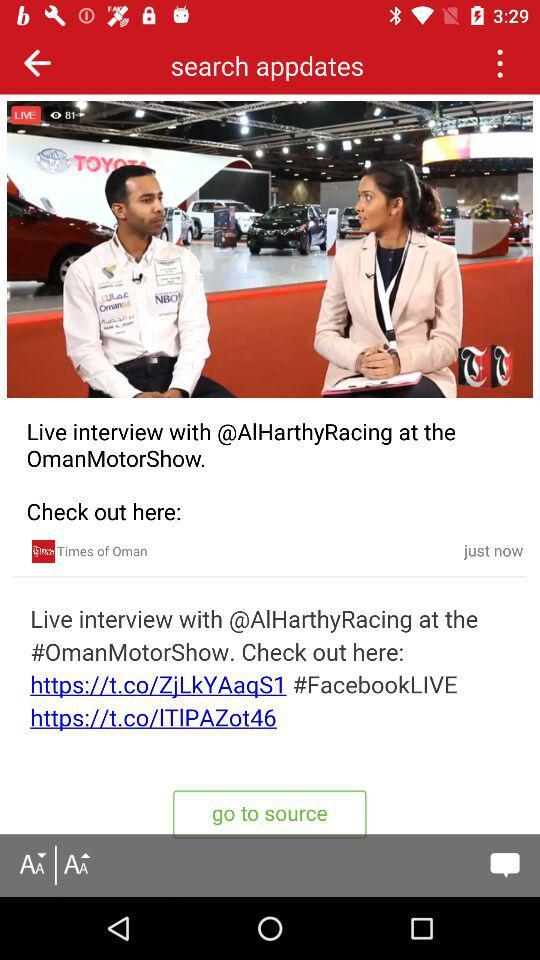  What do you see at coordinates (504, 864) in the screenshot?
I see `the chat icon` at bounding box center [504, 864].